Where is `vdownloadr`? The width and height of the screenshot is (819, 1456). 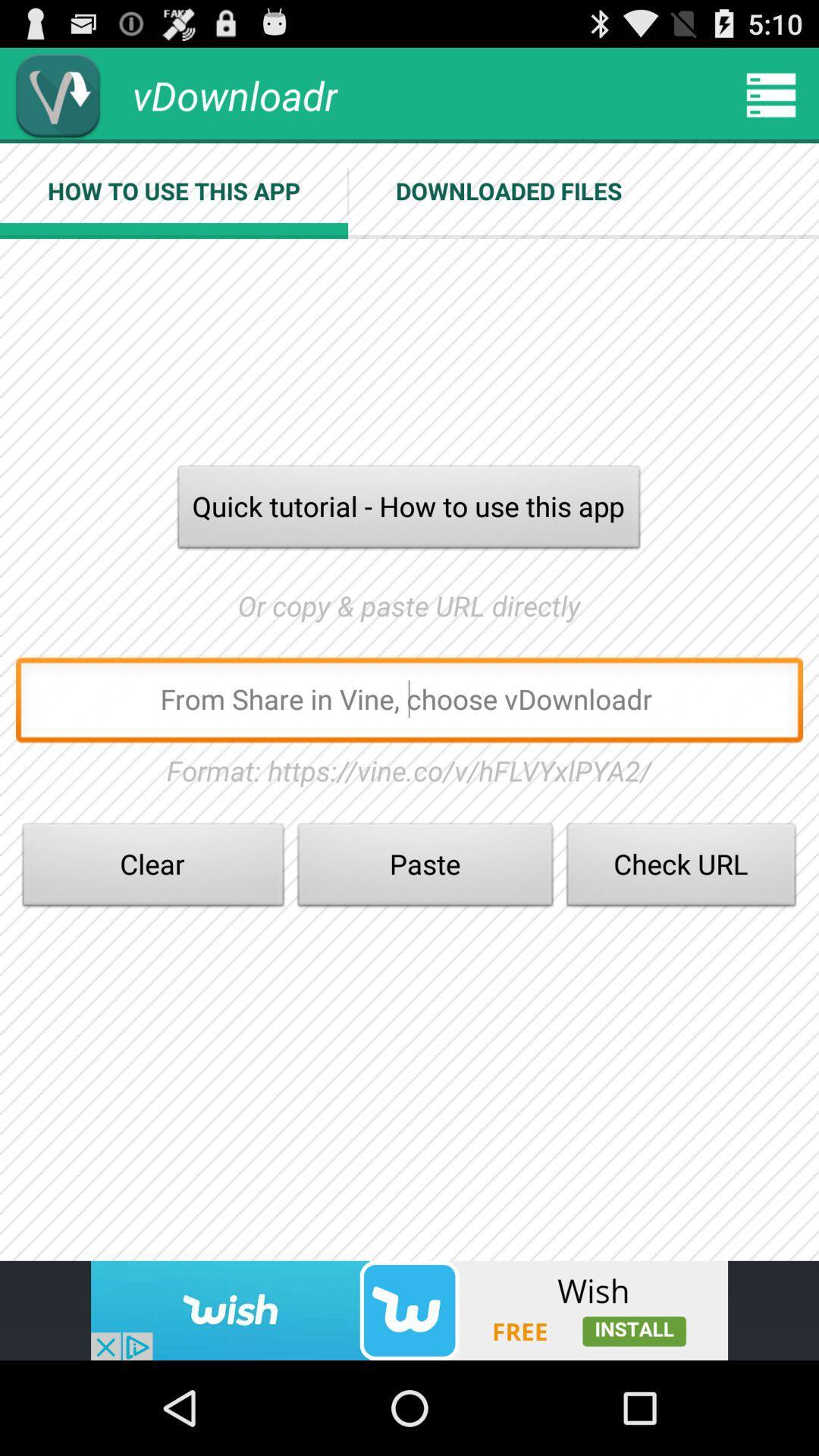
vdownloadr is located at coordinates (57, 94).